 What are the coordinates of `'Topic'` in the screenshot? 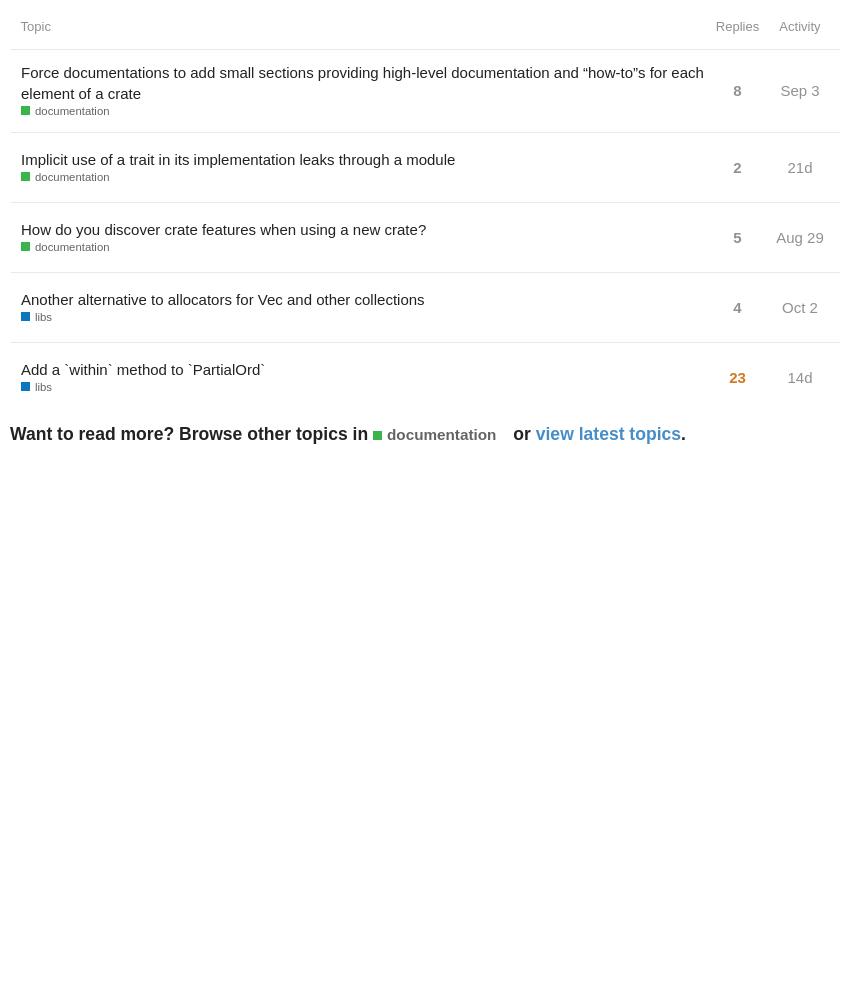 It's located at (34, 26).